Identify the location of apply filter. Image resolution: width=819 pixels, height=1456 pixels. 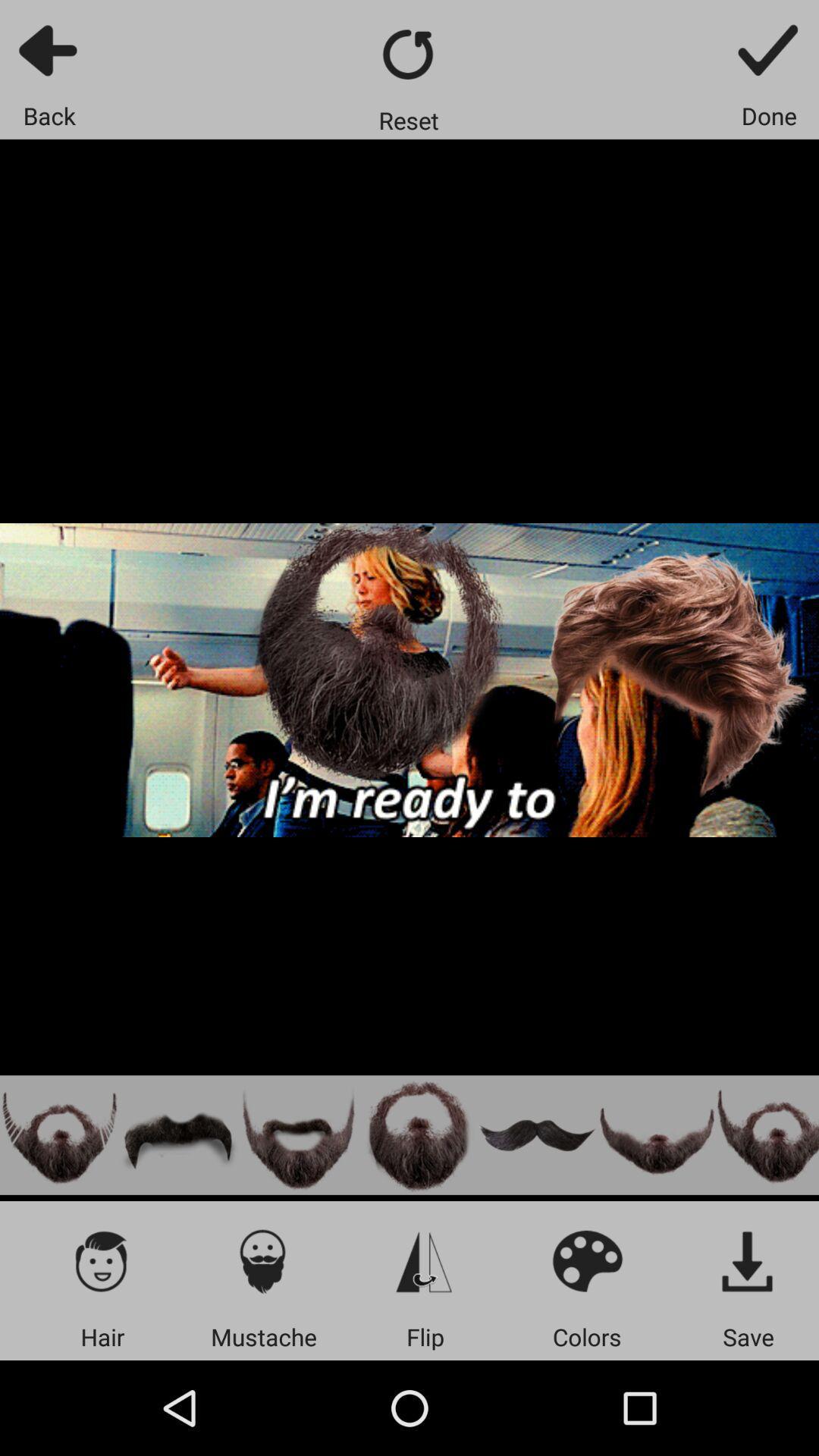
(262, 1260).